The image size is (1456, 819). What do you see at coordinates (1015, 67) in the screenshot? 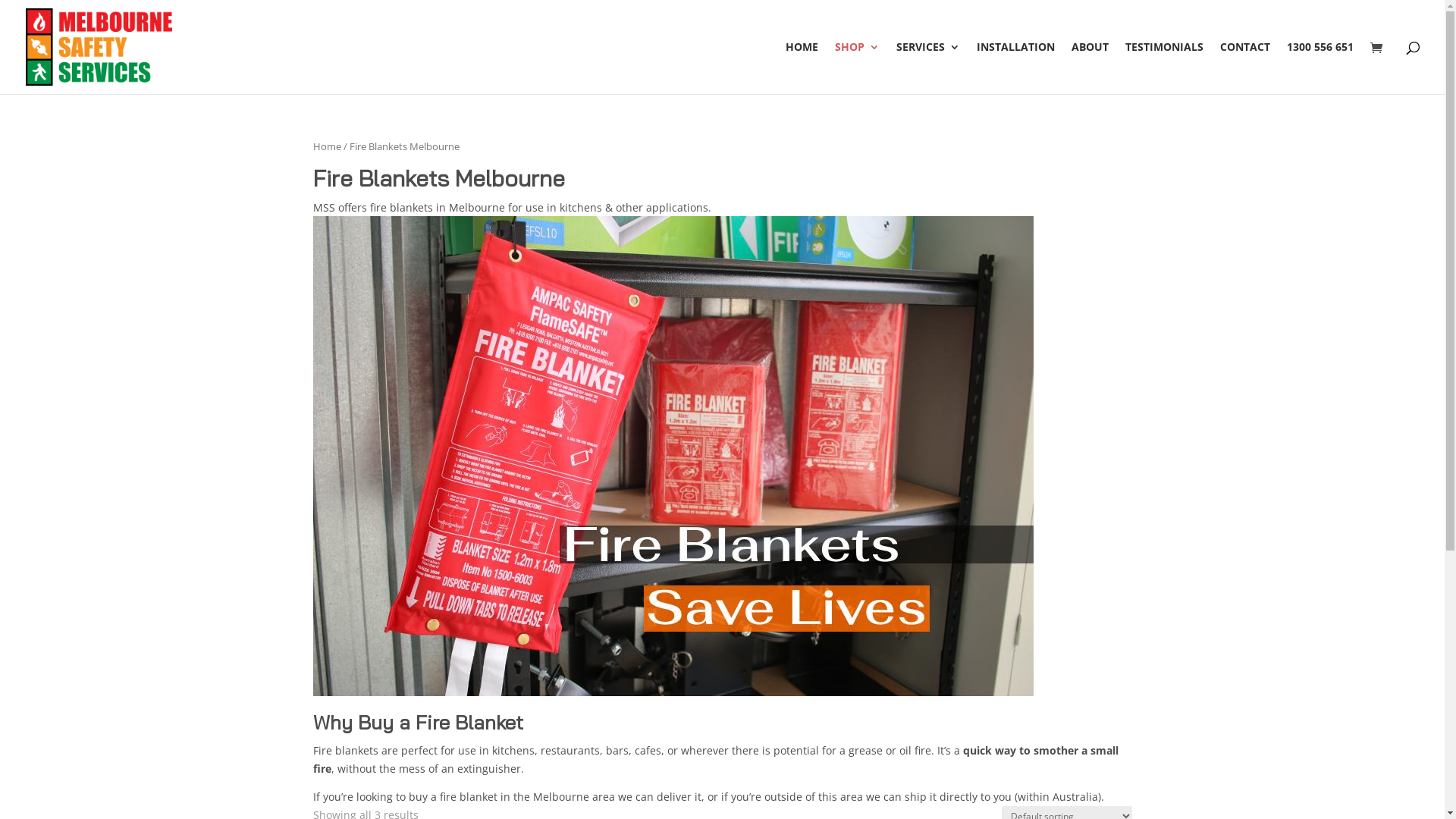
I see `'INSTALLATION'` at bounding box center [1015, 67].